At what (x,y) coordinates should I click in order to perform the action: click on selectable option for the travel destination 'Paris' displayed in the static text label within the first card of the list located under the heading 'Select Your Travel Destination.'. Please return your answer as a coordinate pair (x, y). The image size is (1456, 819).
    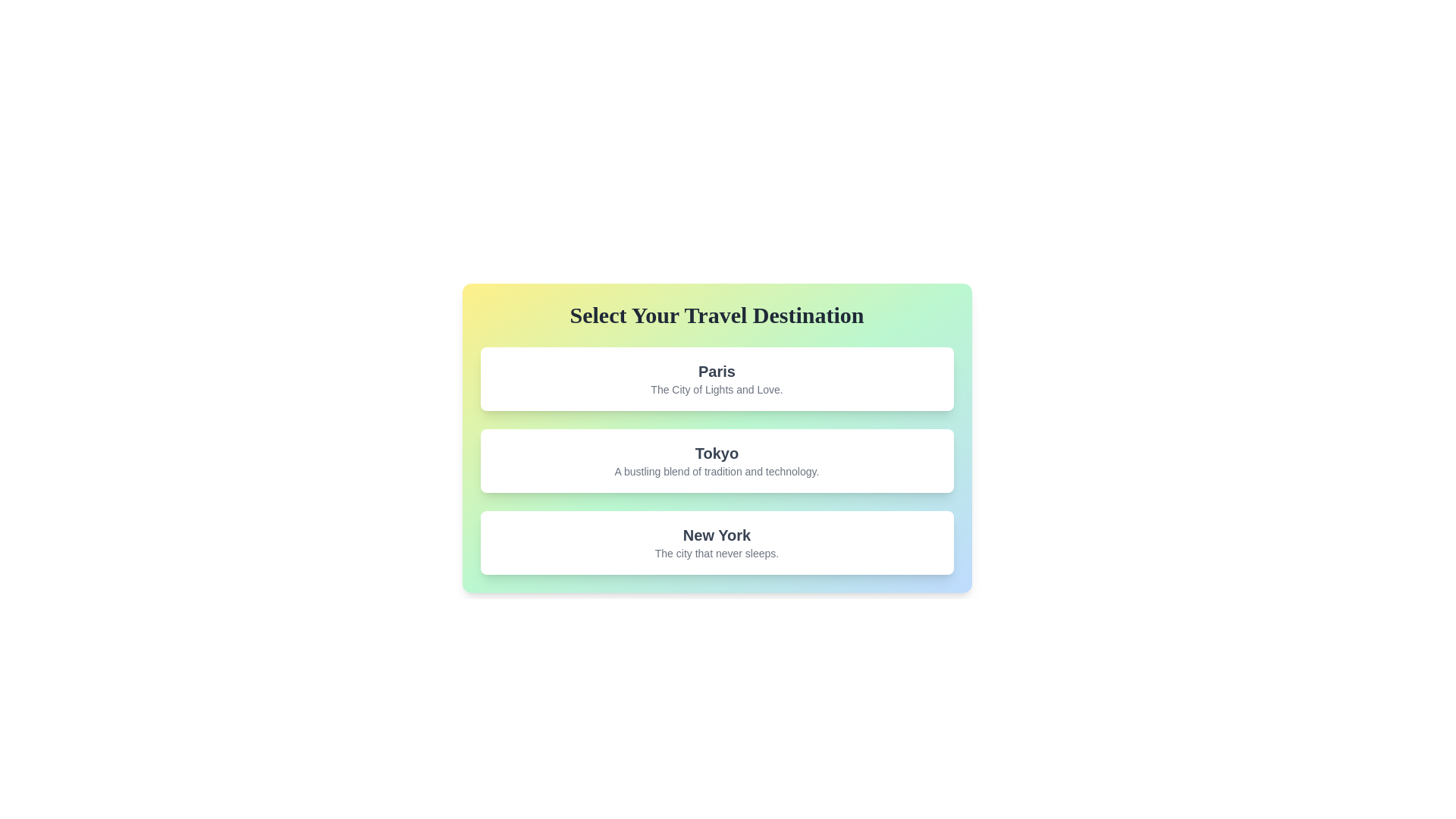
    Looking at the image, I should click on (716, 378).